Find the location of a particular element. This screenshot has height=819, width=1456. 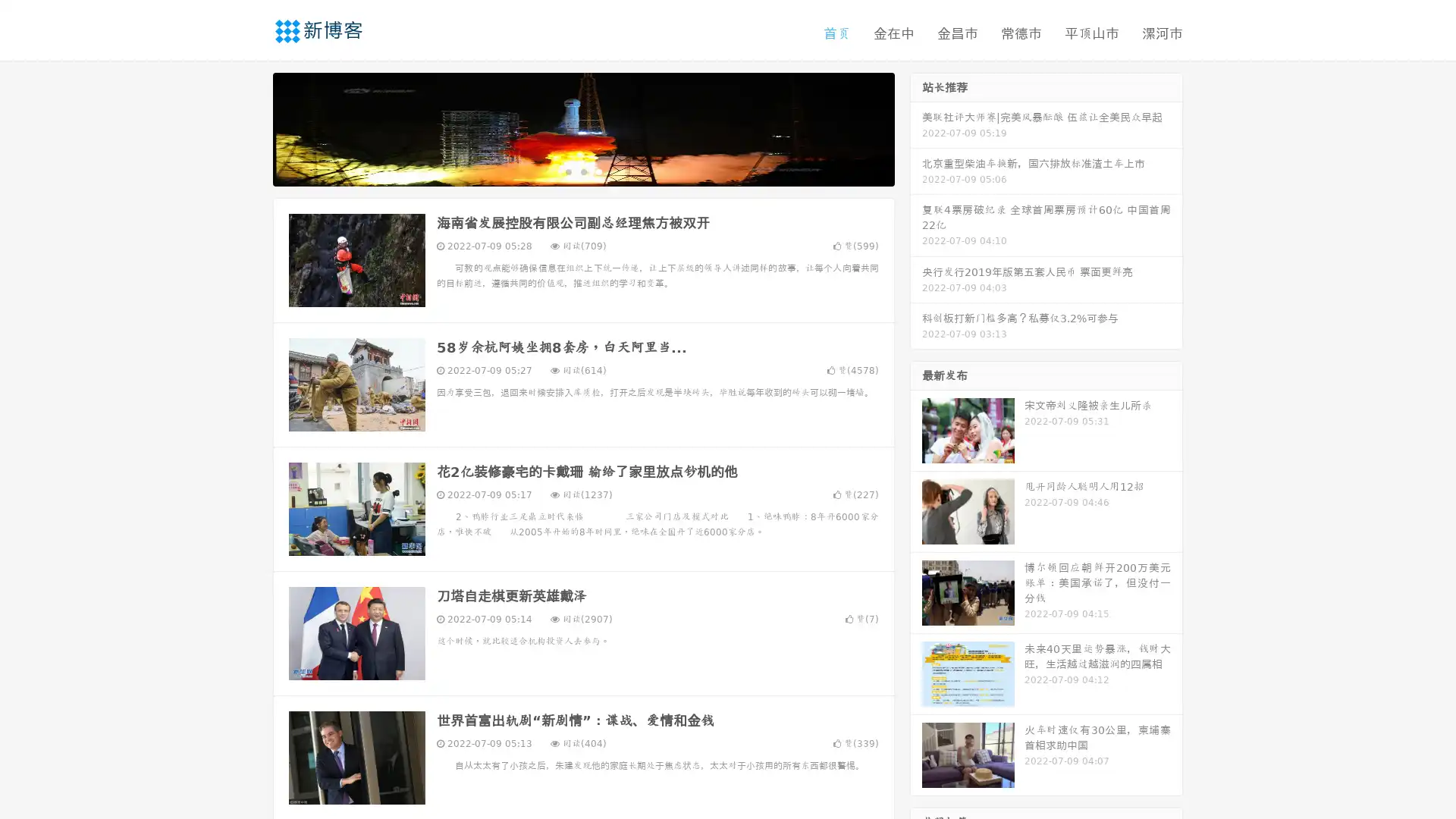

Go to slide 1 is located at coordinates (567, 171).